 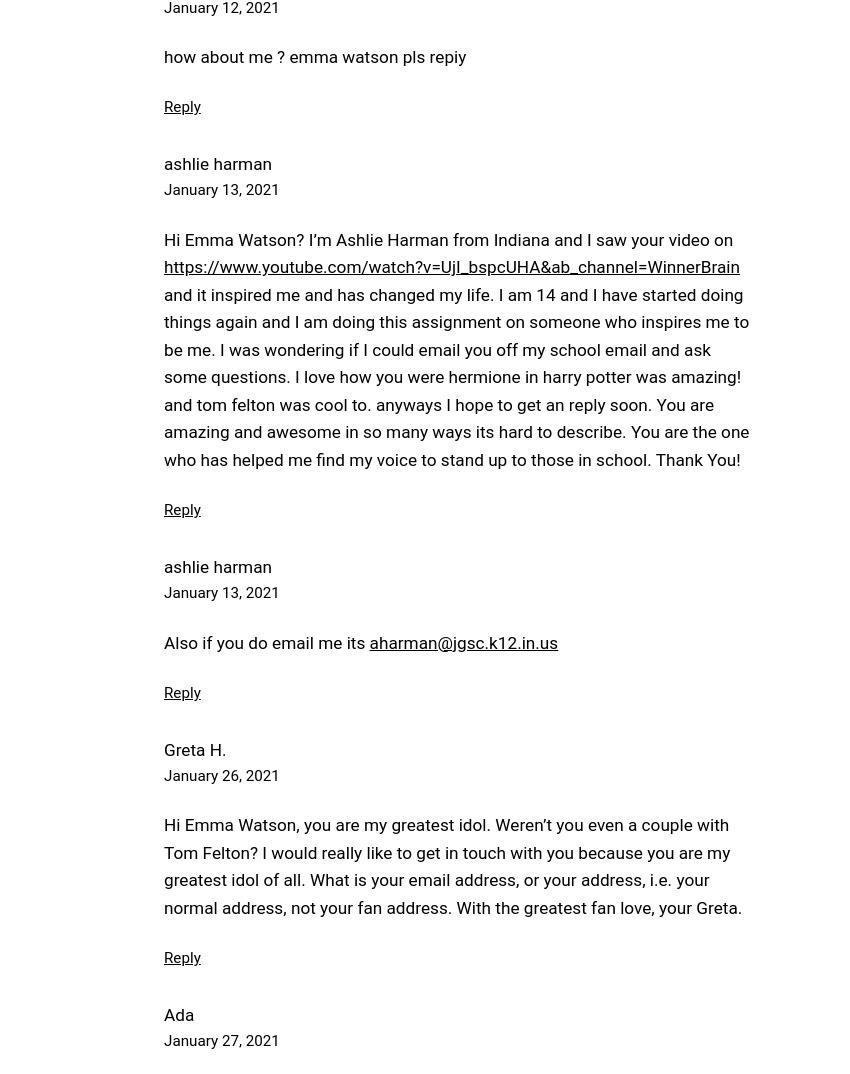 What do you see at coordinates (450, 265) in the screenshot?
I see `'https://www.youtube.com/watch?v=UjI_bspcUHA&ab_channel=WinnerBrain'` at bounding box center [450, 265].